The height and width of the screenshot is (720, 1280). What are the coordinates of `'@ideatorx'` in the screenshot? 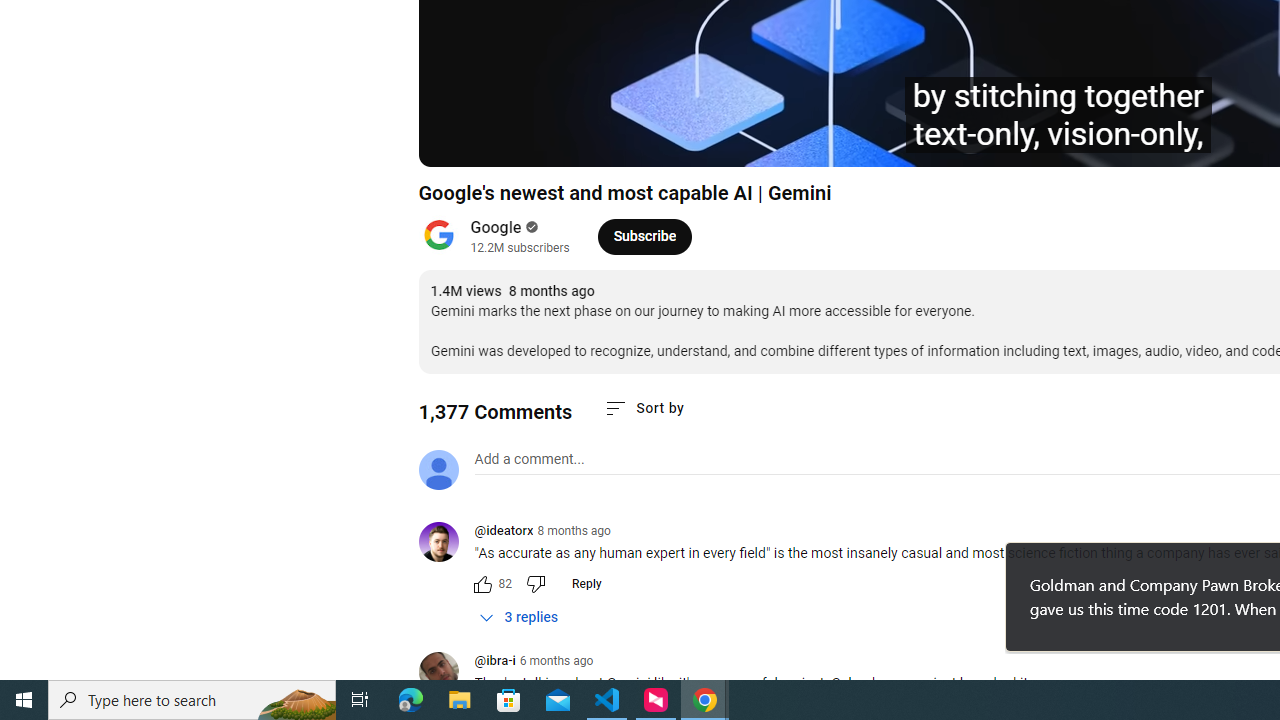 It's located at (503, 531).